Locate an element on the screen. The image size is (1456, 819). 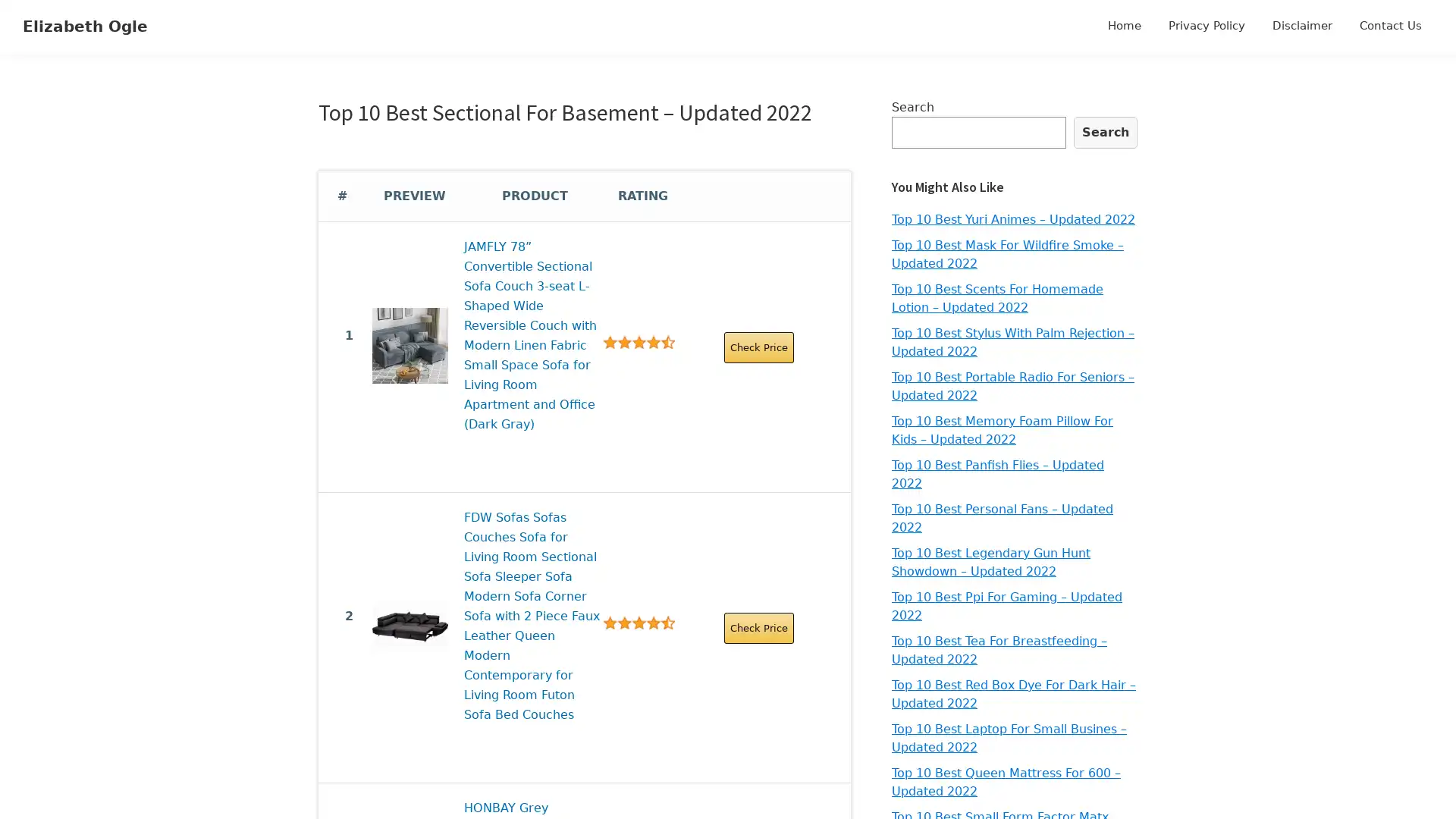
Search is located at coordinates (1106, 131).